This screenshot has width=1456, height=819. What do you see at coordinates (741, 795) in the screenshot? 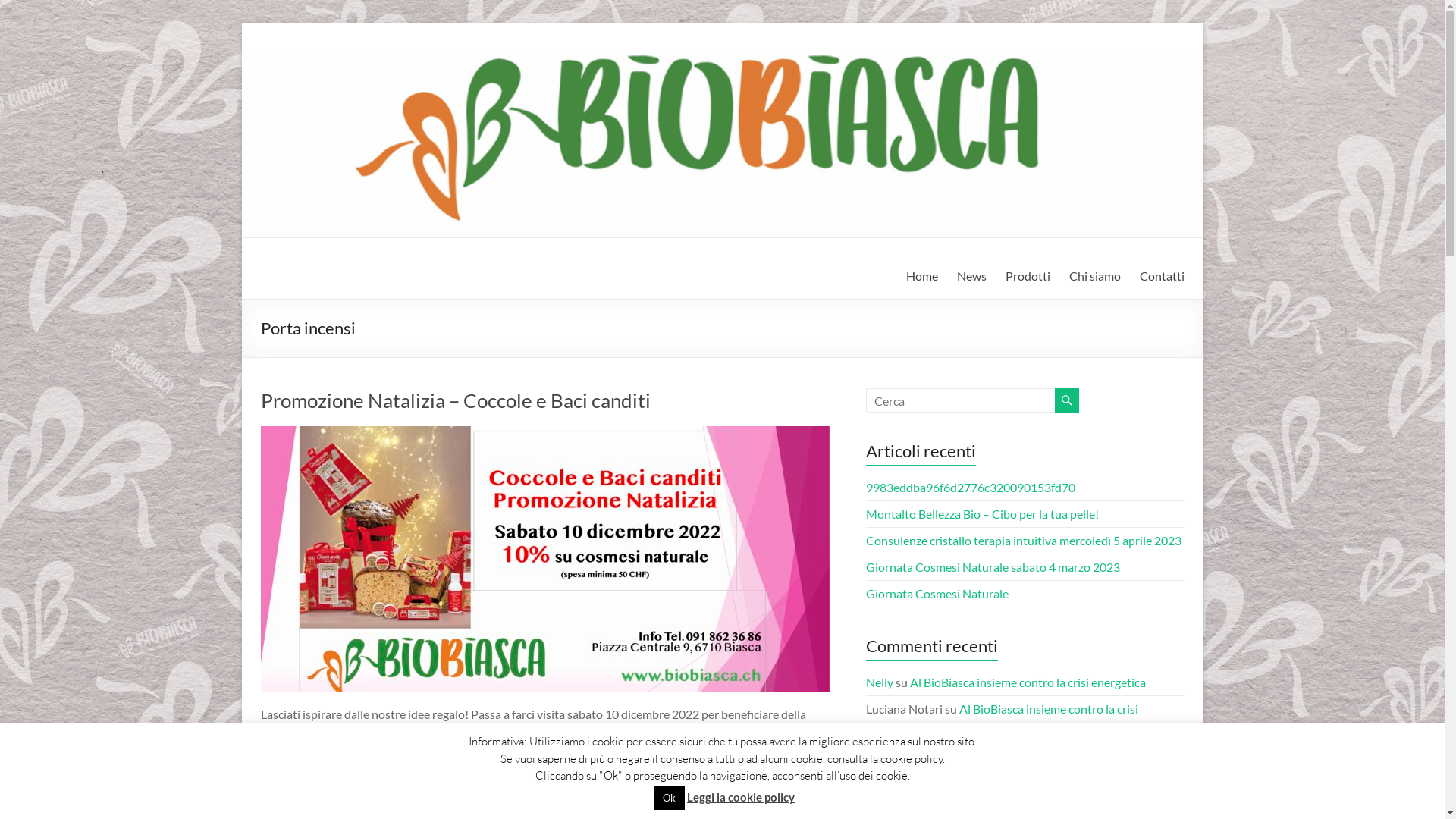
I see `'Leggi la cookie policy'` at bounding box center [741, 795].